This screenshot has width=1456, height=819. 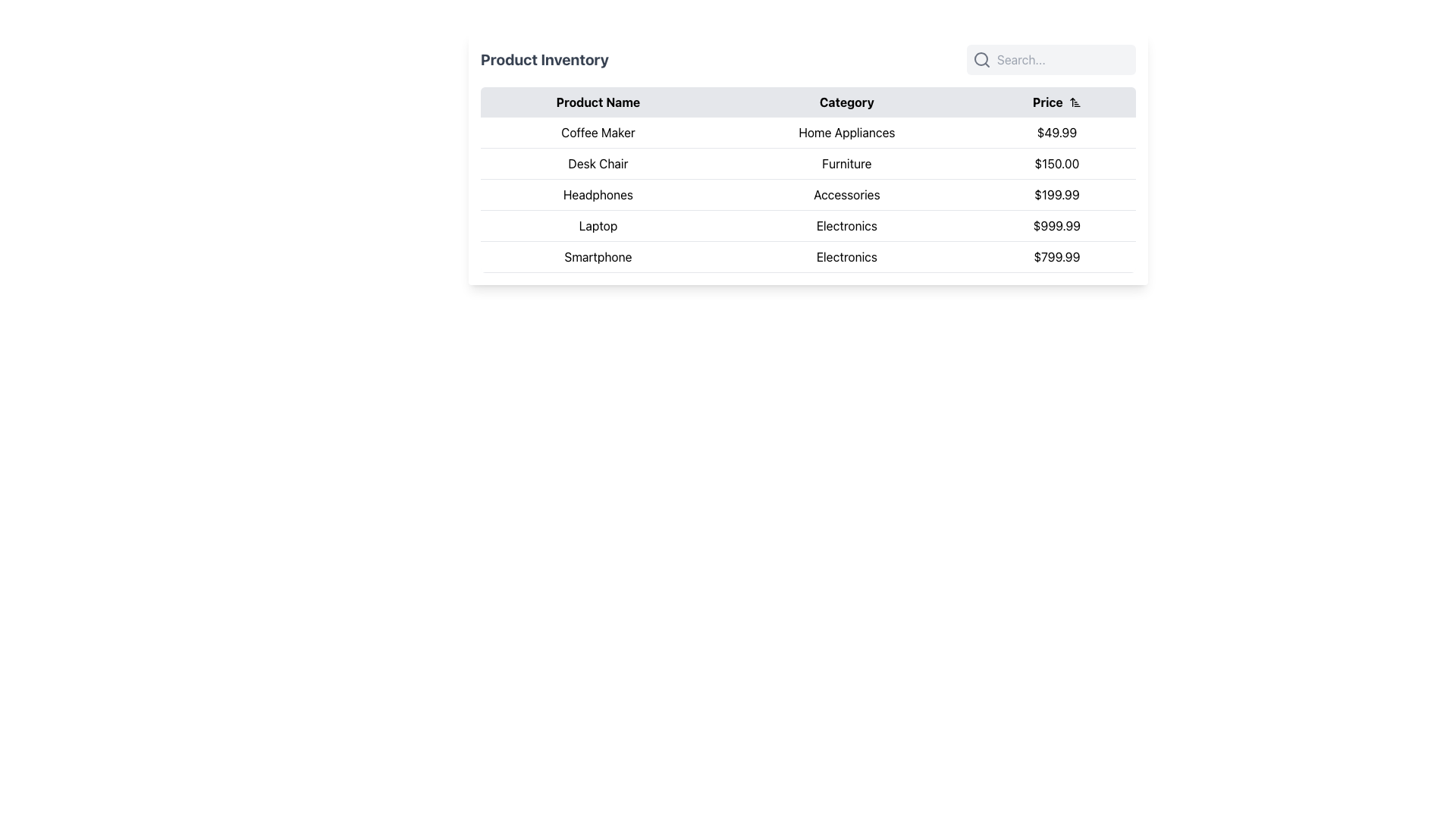 What do you see at coordinates (1056, 164) in the screenshot?
I see `the text label displaying the price '$150.00' for the product 'Desk Chair', located in the third column under the 'Price' heading` at bounding box center [1056, 164].